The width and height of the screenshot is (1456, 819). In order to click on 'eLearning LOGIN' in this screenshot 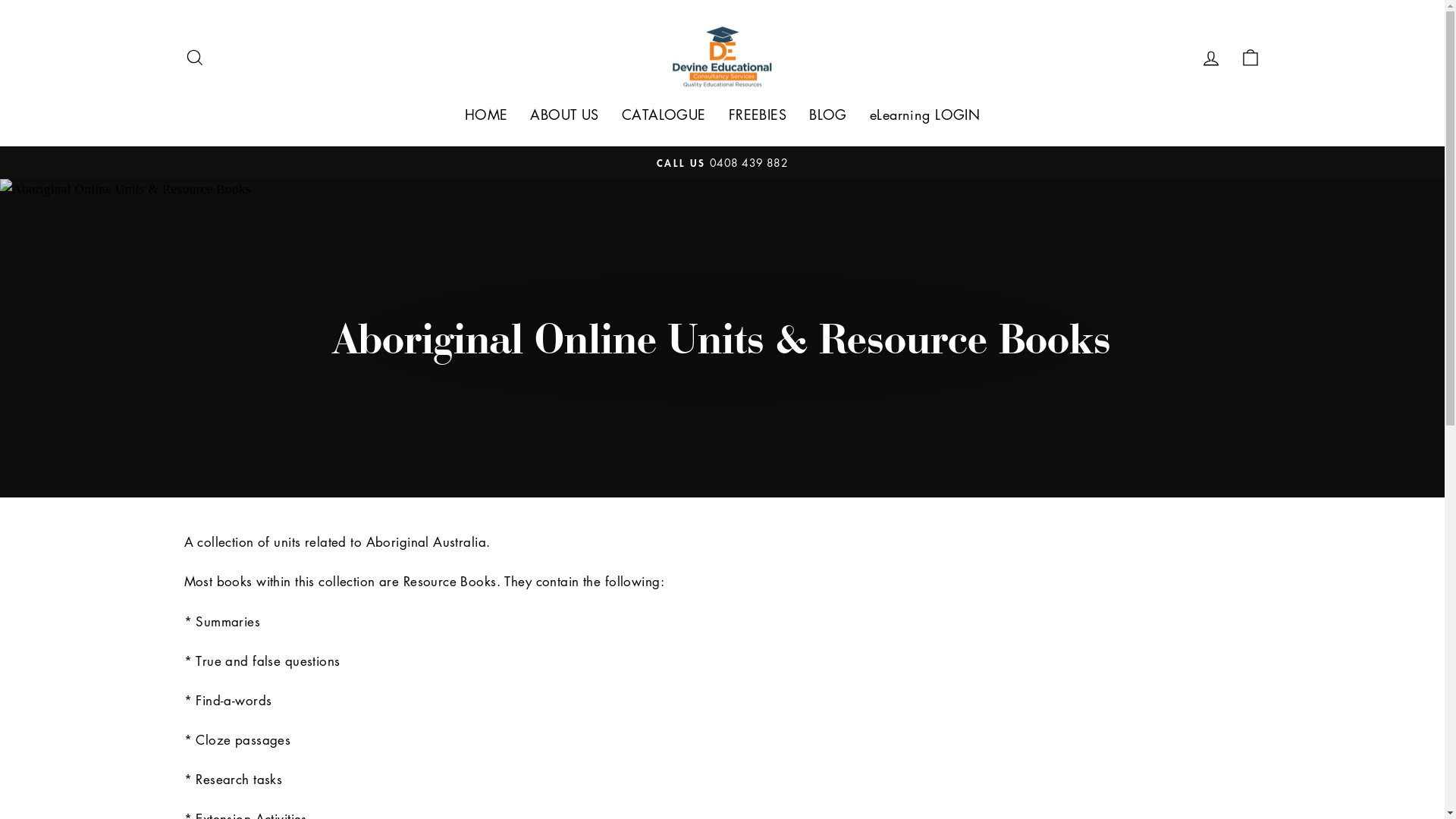, I will do `click(924, 114)`.